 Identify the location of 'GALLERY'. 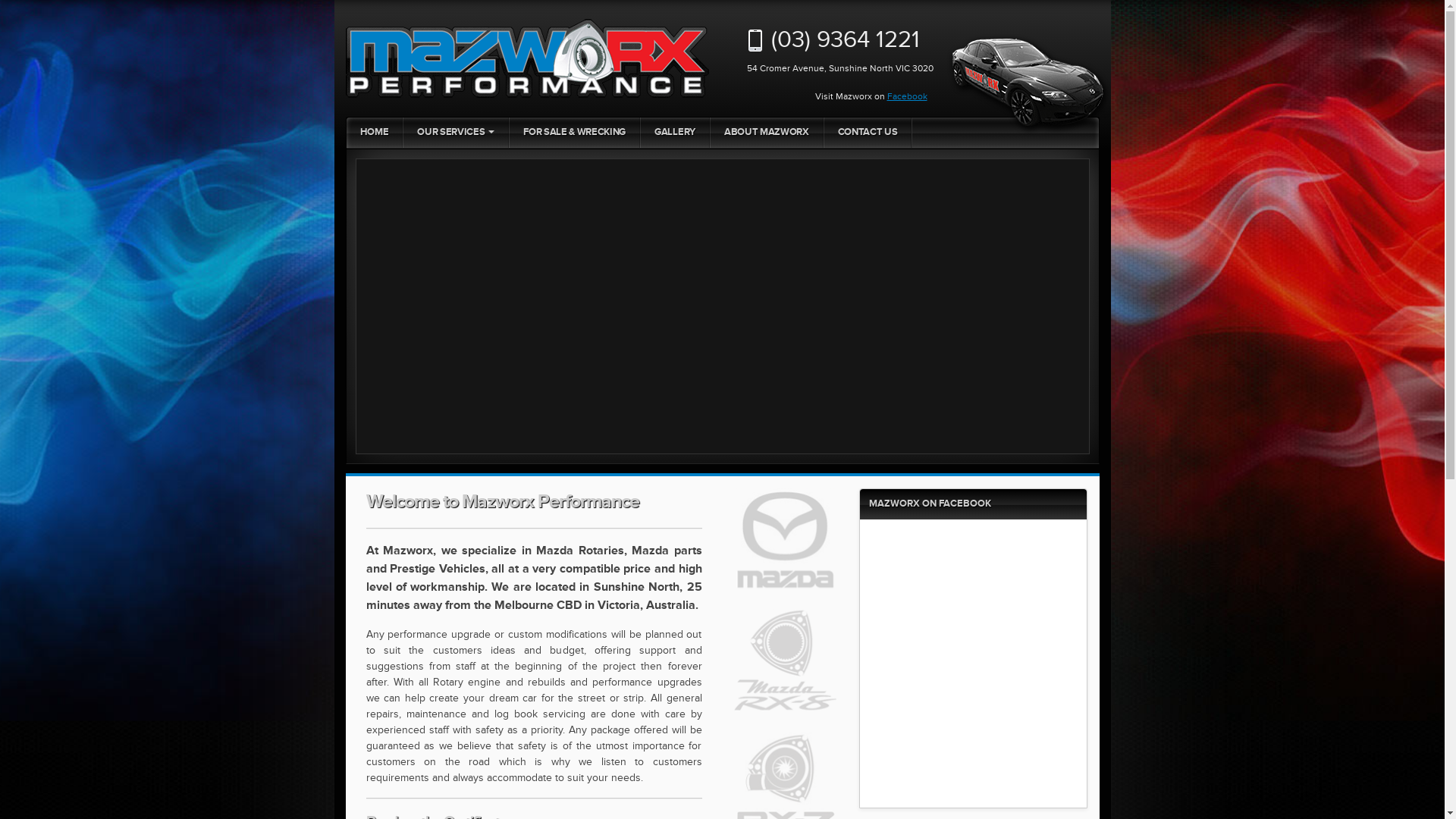
(640, 131).